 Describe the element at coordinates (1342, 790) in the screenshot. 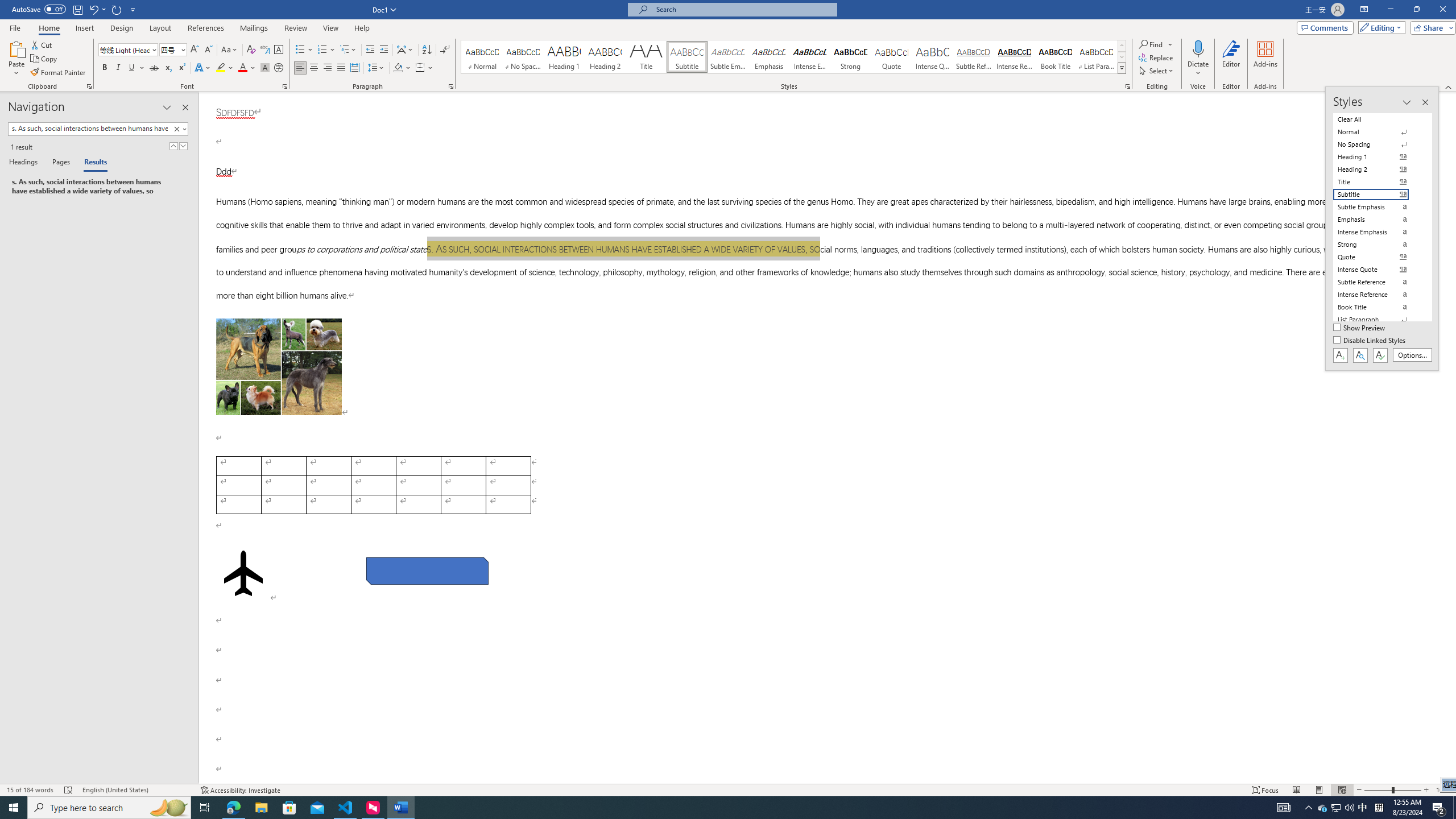

I see `'Web Layout'` at that location.